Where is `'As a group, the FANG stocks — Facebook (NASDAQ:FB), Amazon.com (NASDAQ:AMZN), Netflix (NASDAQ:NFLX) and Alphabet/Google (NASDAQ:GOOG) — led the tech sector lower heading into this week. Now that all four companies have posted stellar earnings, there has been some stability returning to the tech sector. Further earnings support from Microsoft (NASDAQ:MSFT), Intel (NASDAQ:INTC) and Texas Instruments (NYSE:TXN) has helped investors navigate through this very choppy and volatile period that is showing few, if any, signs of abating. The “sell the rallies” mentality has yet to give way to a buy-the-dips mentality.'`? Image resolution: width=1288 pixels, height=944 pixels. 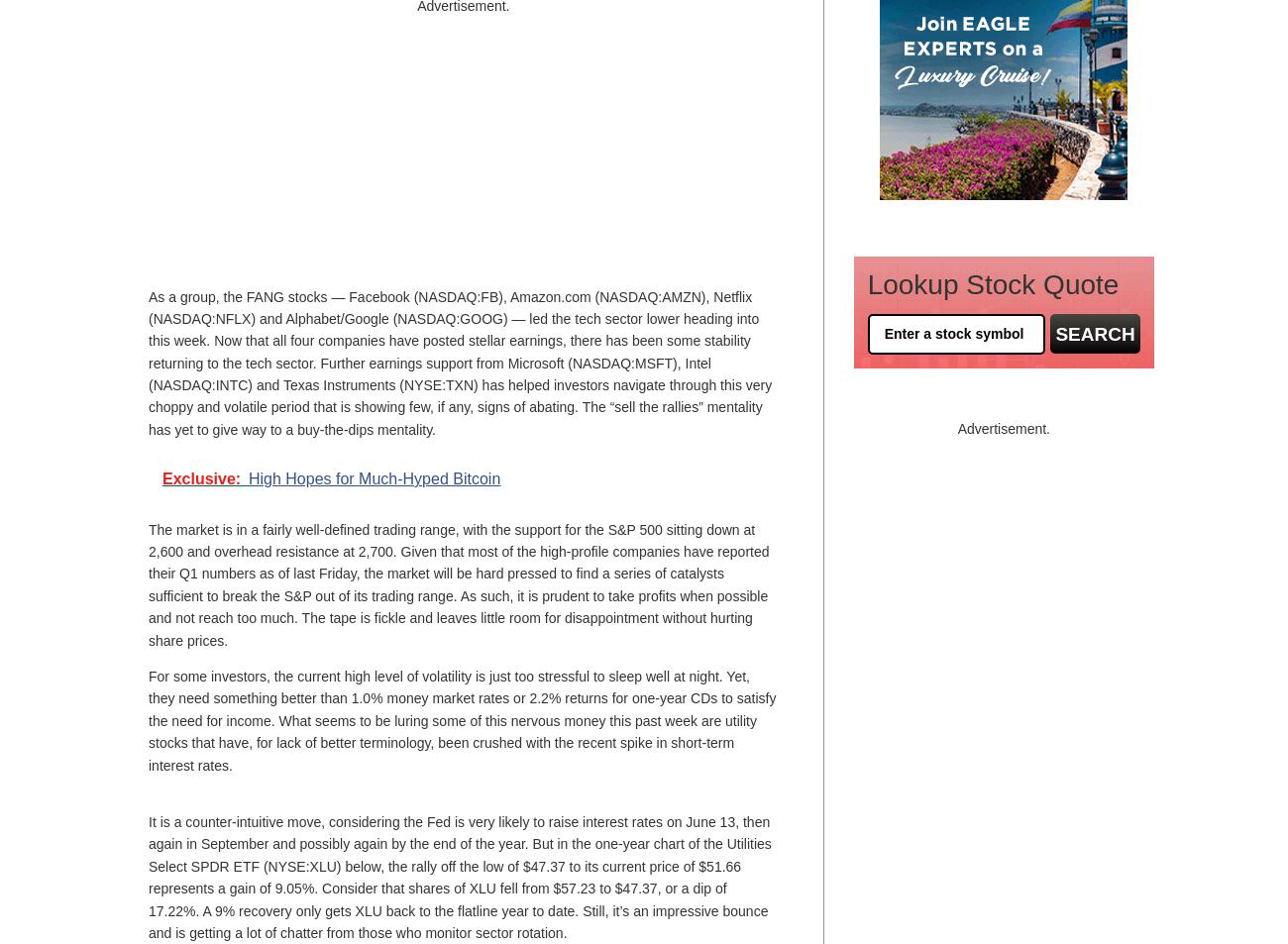 'As a group, the FANG stocks — Facebook (NASDAQ:FB), Amazon.com (NASDAQ:AMZN), Netflix (NASDAQ:NFLX) and Alphabet/Google (NASDAQ:GOOG) — led the tech sector lower heading into this week. Now that all four companies have posted stellar earnings, there has been some stability returning to the tech sector. Further earnings support from Microsoft (NASDAQ:MSFT), Intel (NASDAQ:INTC) and Texas Instruments (NYSE:TXN) has helped investors navigate through this very choppy and volatile period that is showing few, if any, signs of abating. The “sell the rallies” mentality has yet to give way to a buy-the-dips mentality.' is located at coordinates (459, 362).